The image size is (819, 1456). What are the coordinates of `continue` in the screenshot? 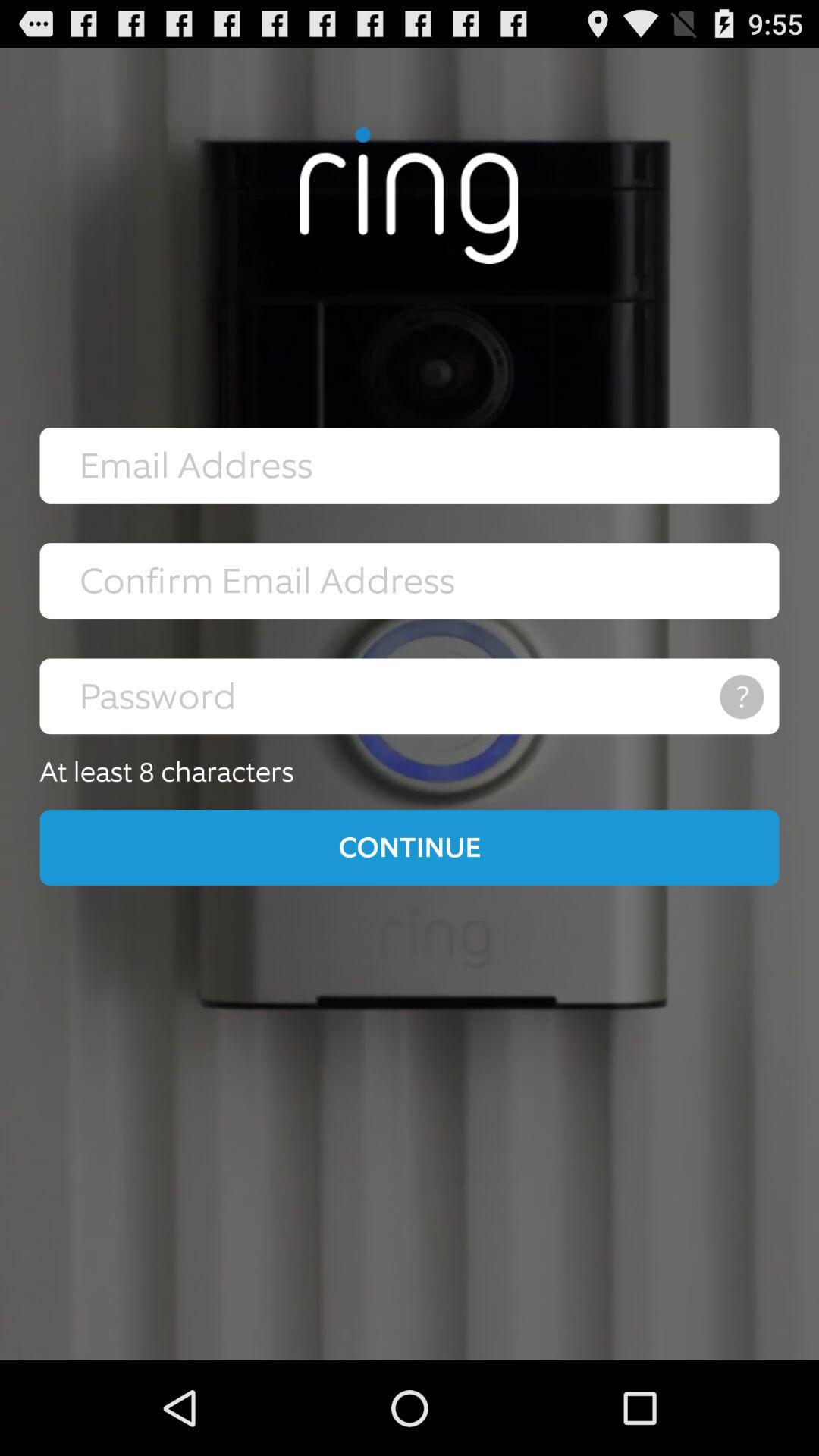 It's located at (409, 846).